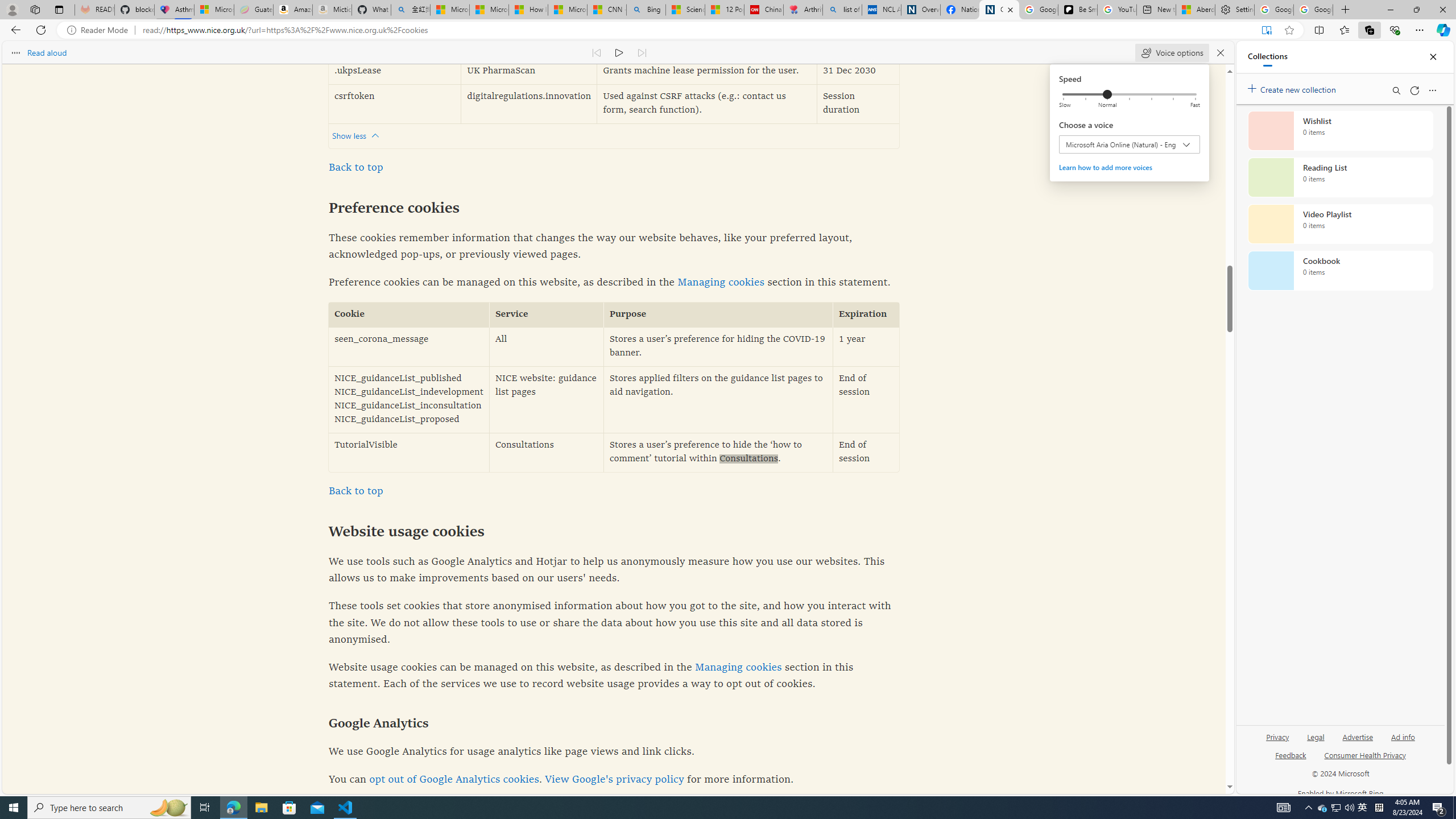 Image resolution: width=1456 pixels, height=819 pixels. What do you see at coordinates (858, 71) in the screenshot?
I see `'31 Dec 2030'` at bounding box center [858, 71].